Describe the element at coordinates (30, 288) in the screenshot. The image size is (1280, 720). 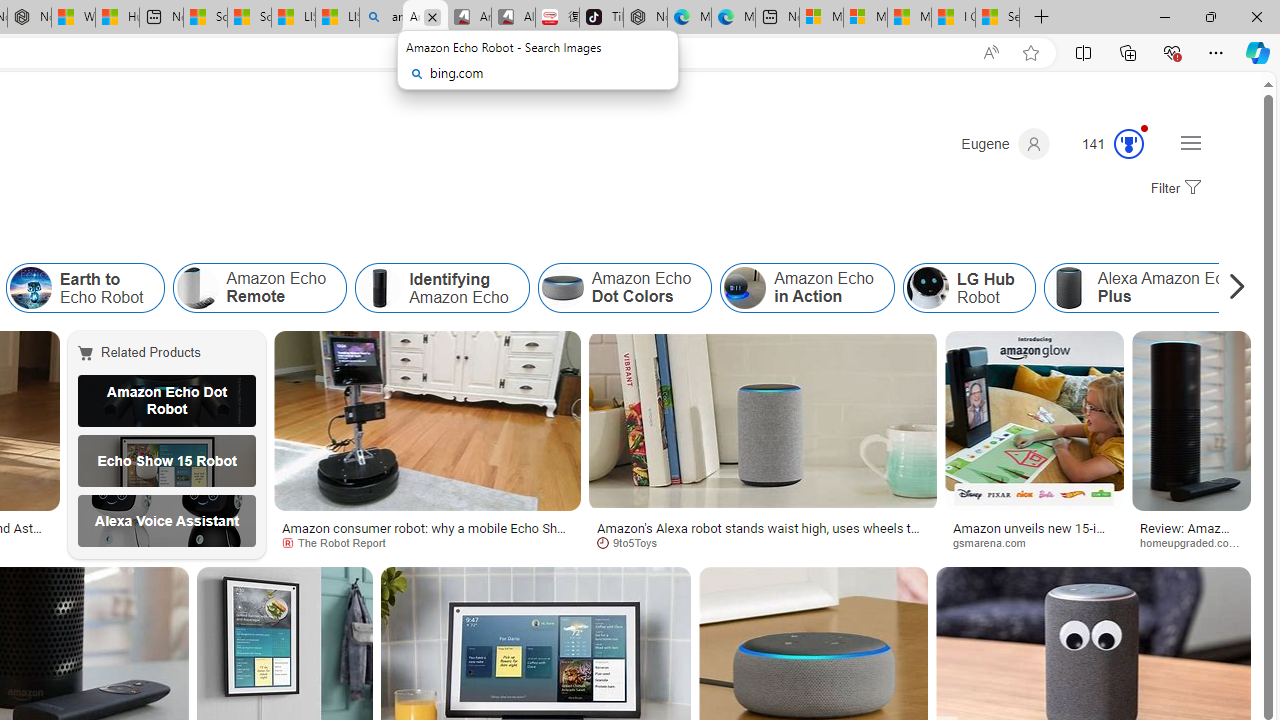
I see `'Earth to Echo Robot'` at that location.